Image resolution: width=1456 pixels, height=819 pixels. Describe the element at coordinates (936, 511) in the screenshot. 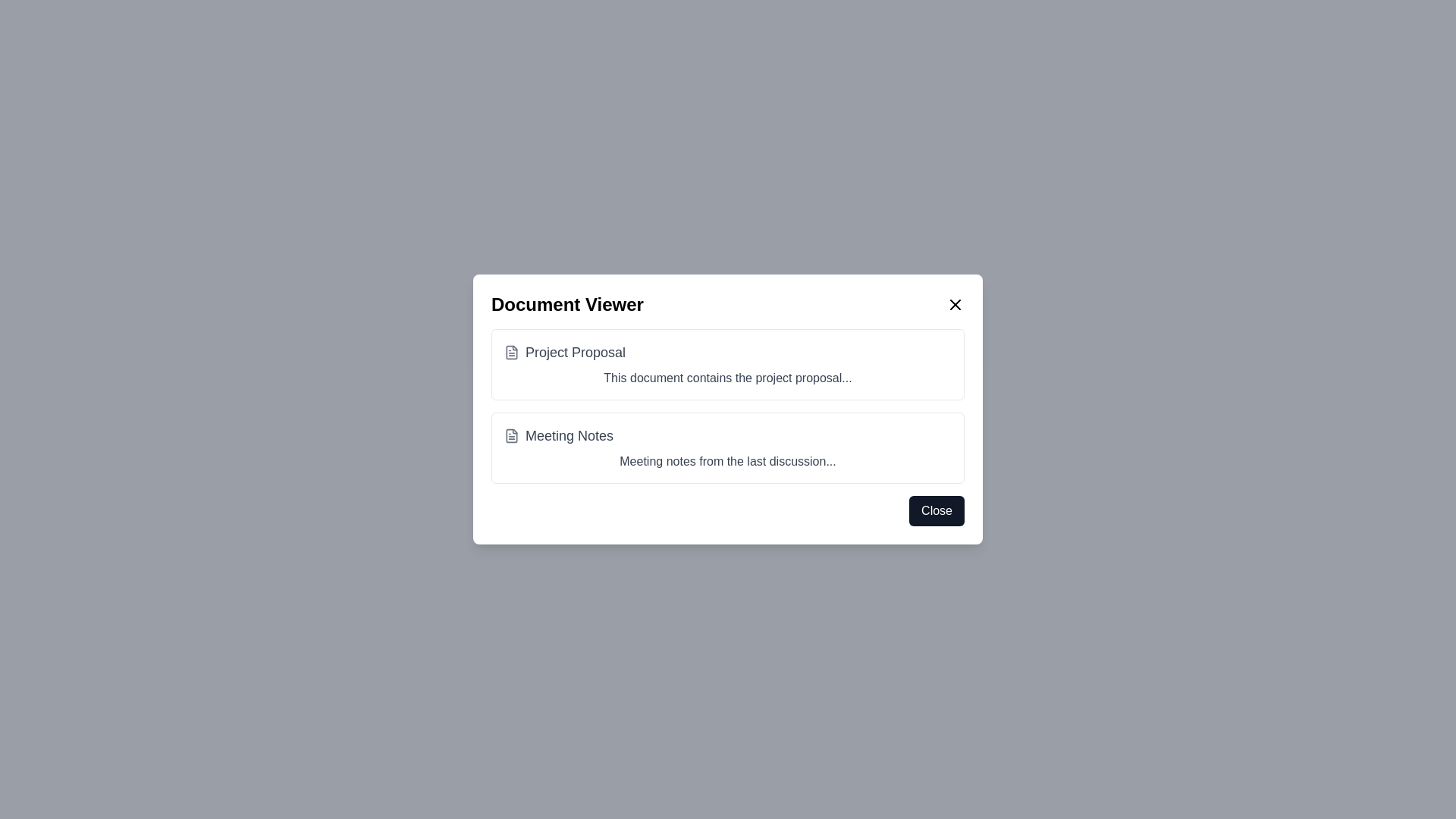

I see `the 'Close' button located at the lower-right corner of the modal dialog box` at that location.